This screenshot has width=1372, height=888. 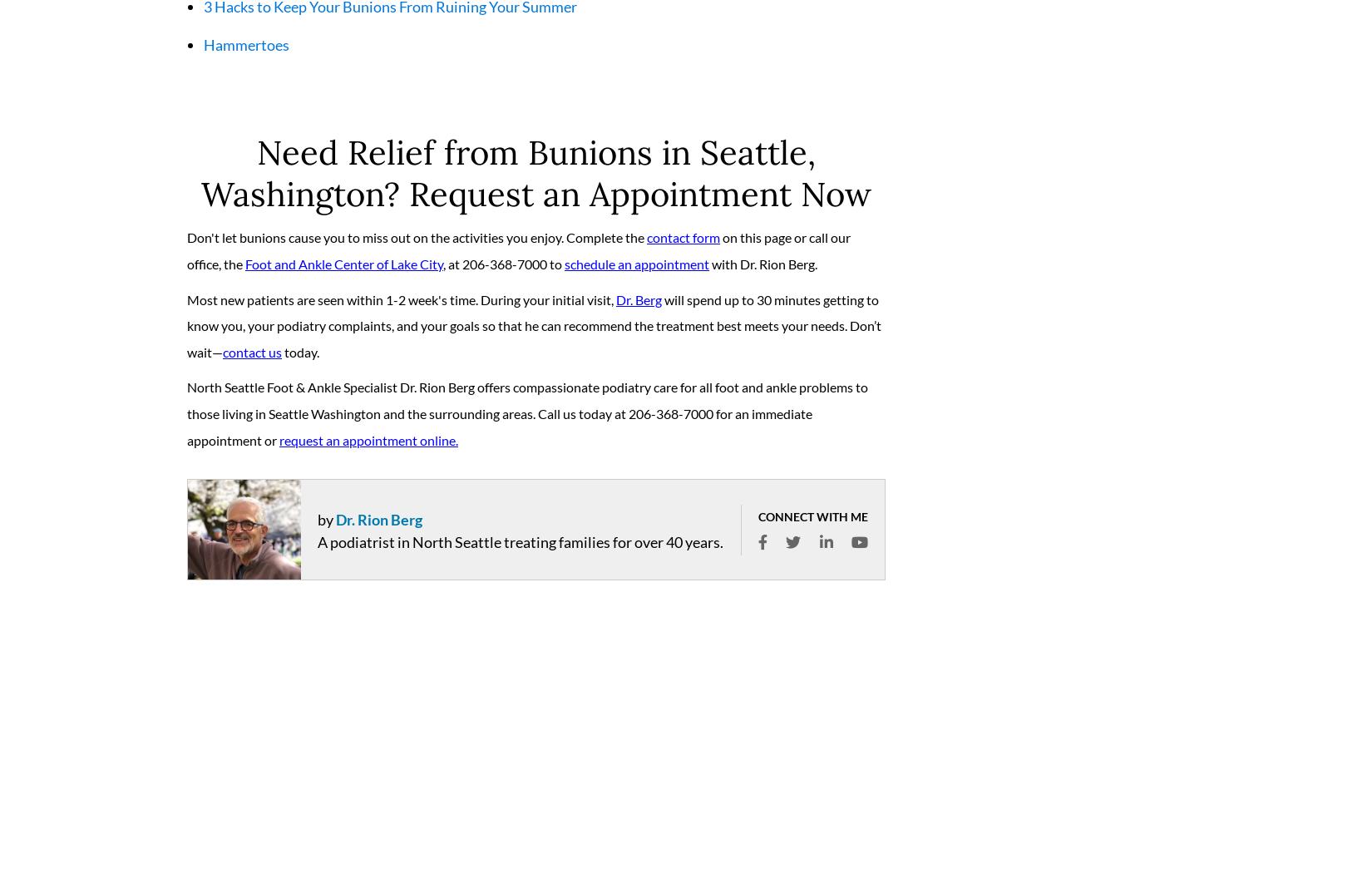 I want to click on 'Need Relief from Bunions in Seattle, Washington? Request an Appointment Now', so click(x=201, y=180).